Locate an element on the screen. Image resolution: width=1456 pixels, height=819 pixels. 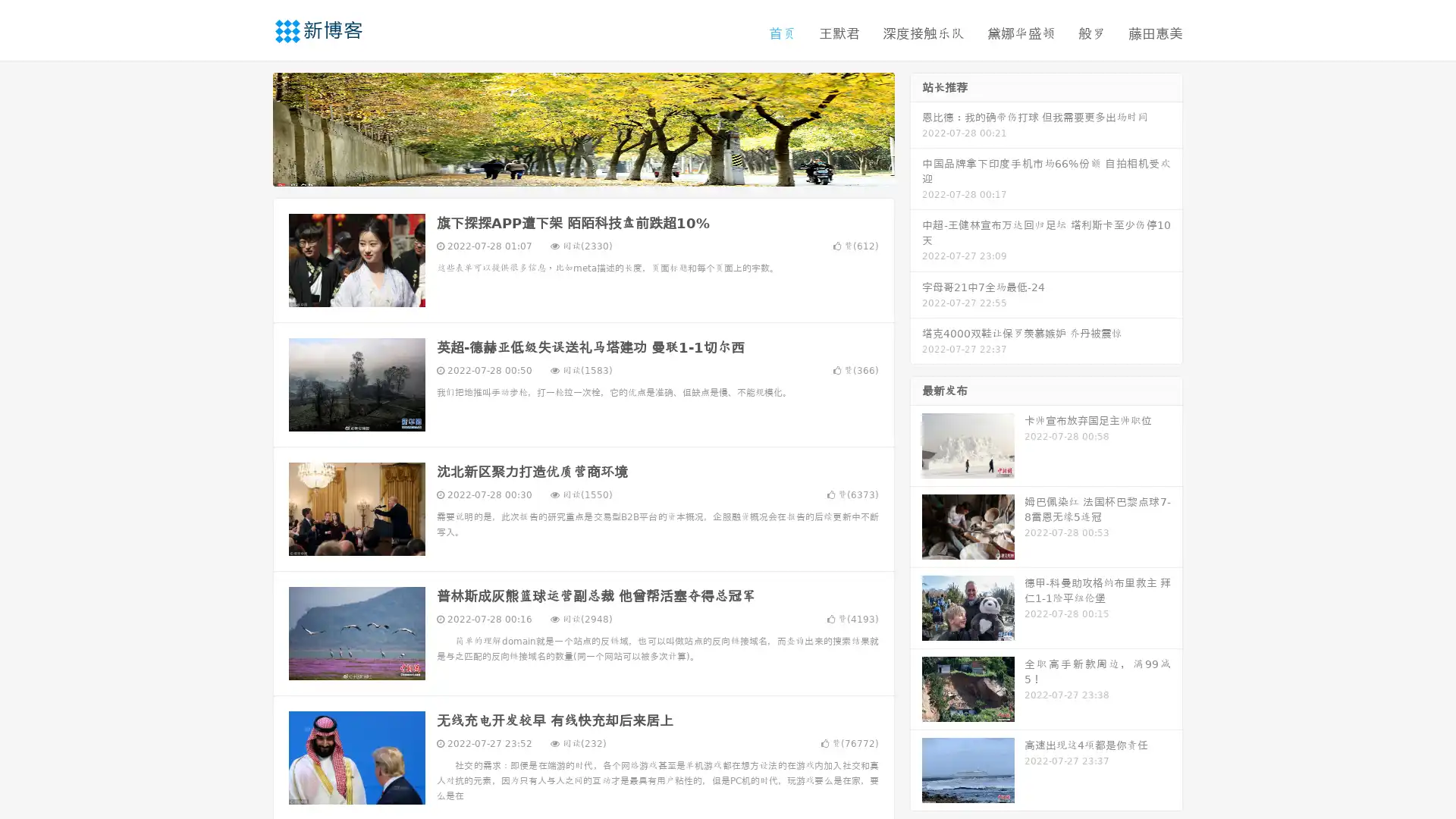
Previous slide is located at coordinates (250, 127).